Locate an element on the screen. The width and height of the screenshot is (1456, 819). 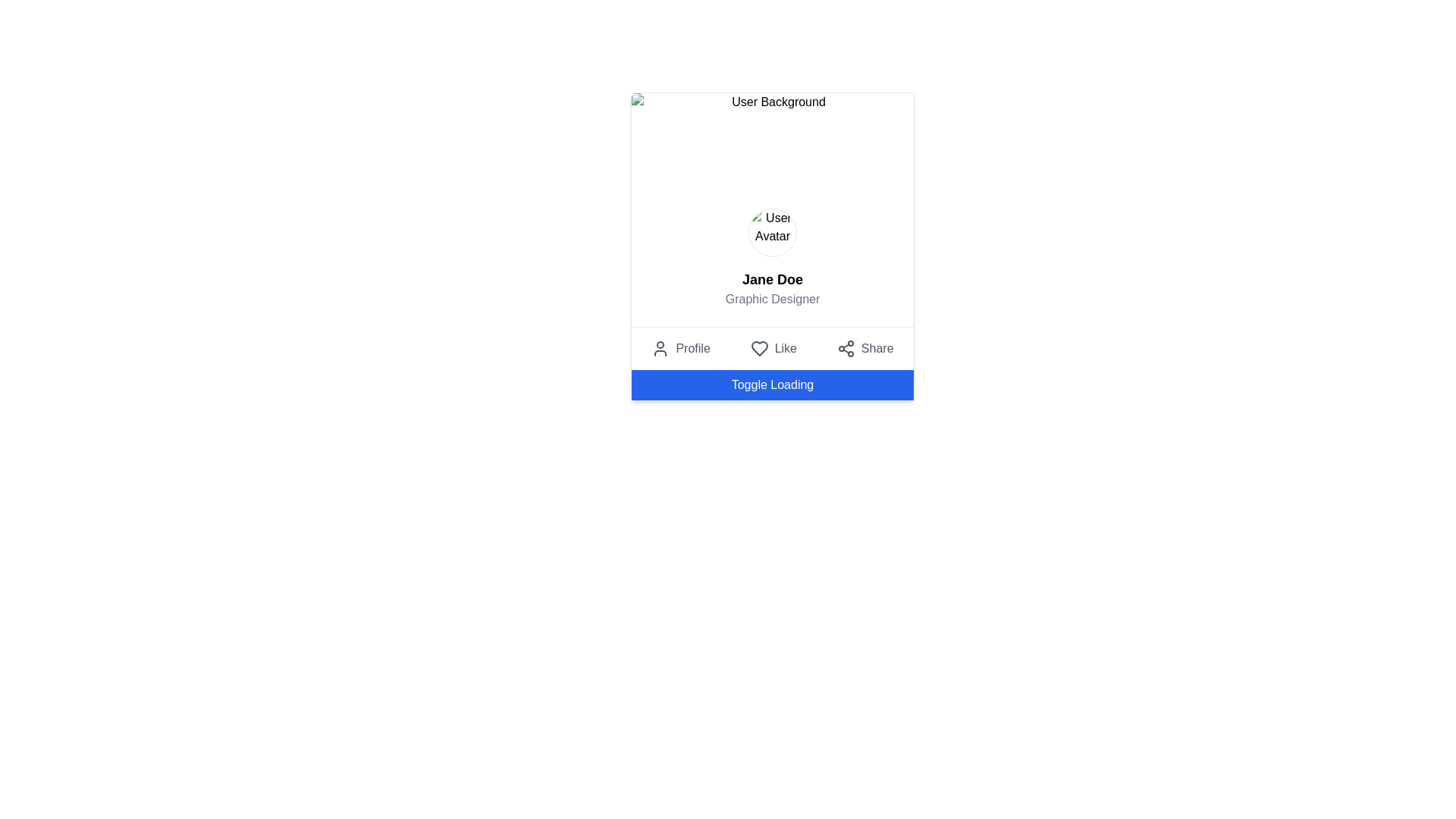
the text label displaying 'Graphic Designer', which is styled in gray font on a white background and centrally located beneath 'Jane Doe' is located at coordinates (772, 299).